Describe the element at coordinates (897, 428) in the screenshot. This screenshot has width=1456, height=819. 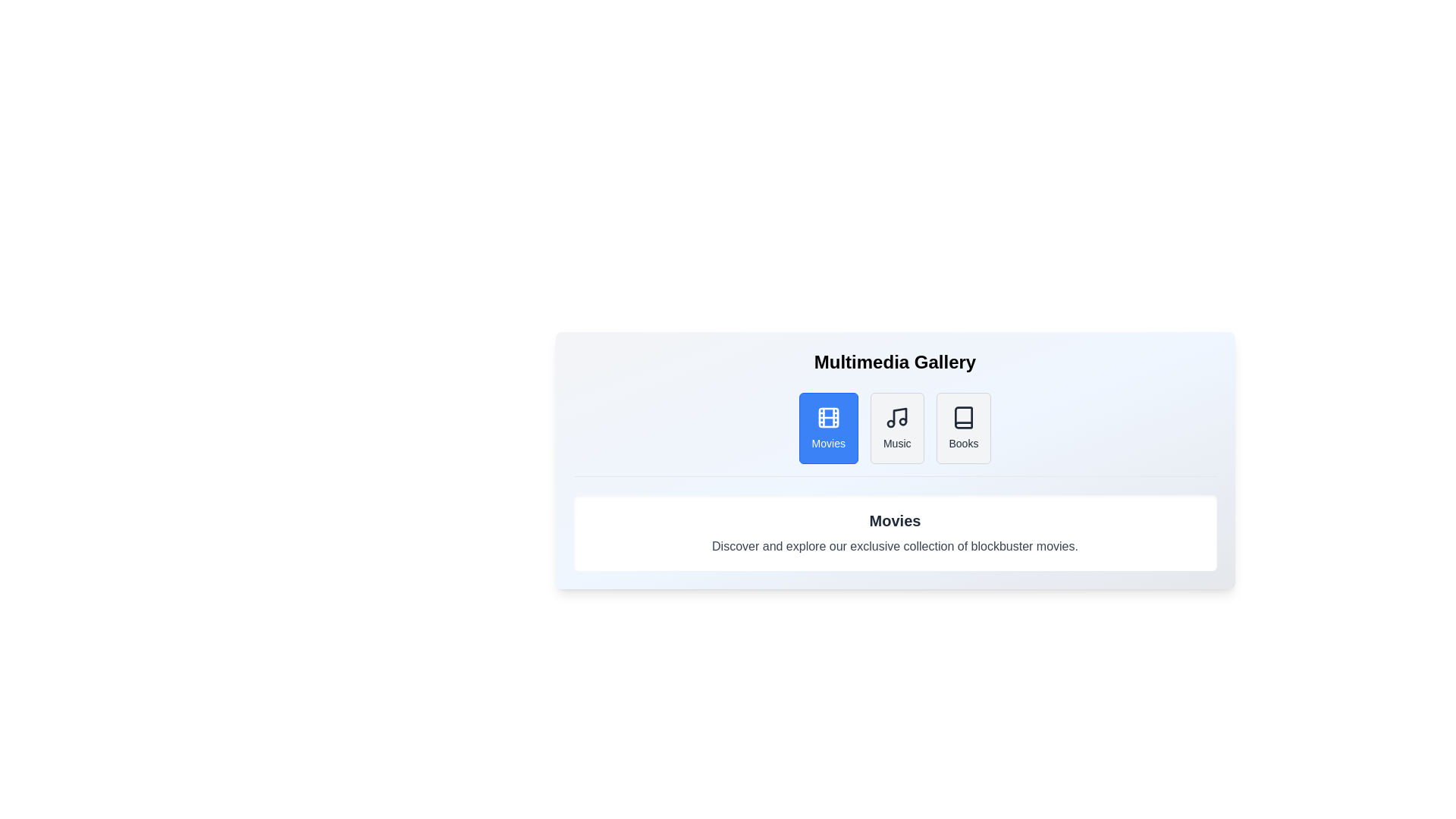
I see `the Music tab to view its contents` at that location.